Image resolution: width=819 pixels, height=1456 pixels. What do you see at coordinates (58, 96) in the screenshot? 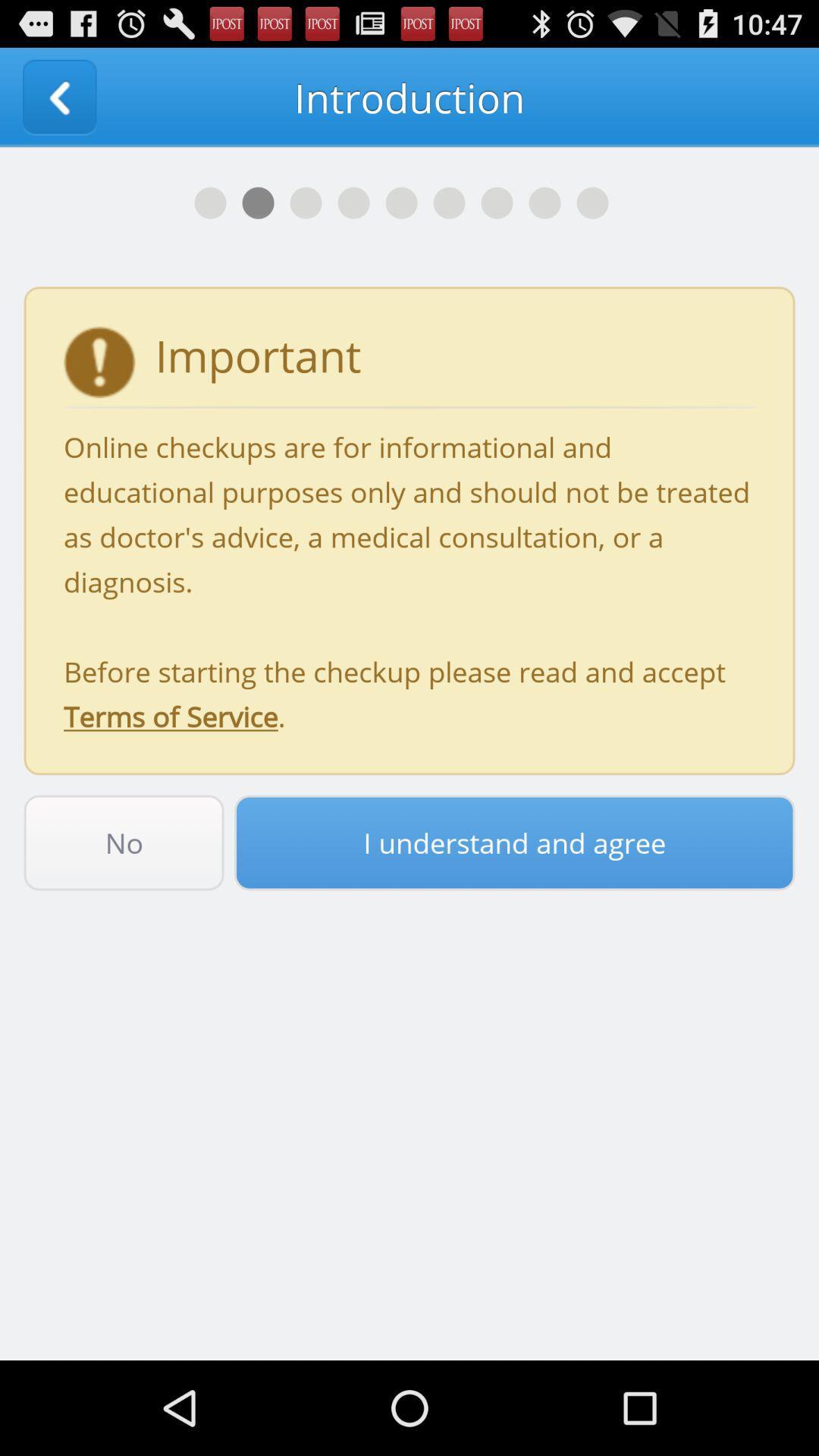
I see `the item next to the introduction app` at bounding box center [58, 96].